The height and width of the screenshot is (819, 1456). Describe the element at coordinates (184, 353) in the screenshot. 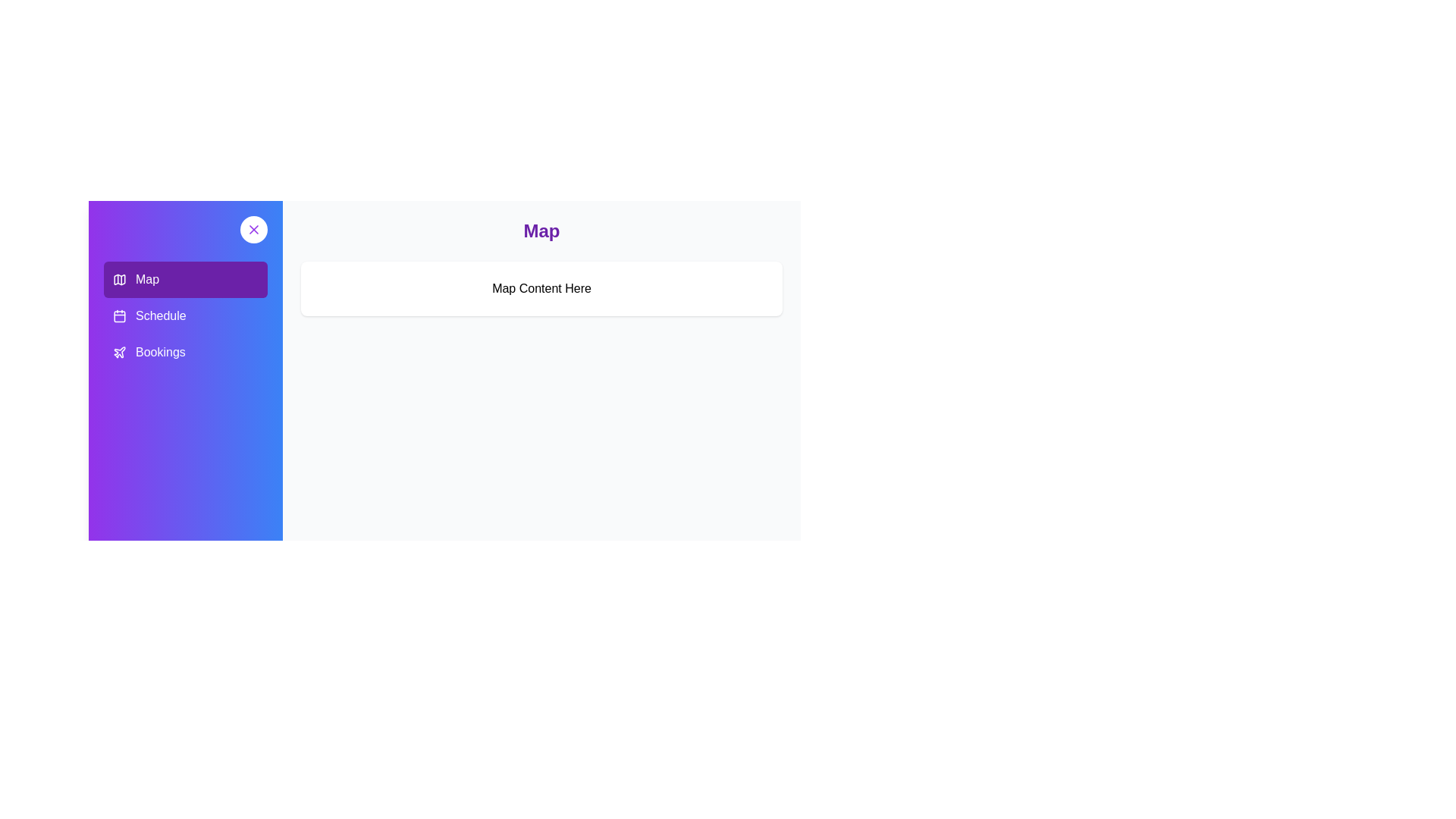

I see `the Bookings tab by clicking on it` at that location.